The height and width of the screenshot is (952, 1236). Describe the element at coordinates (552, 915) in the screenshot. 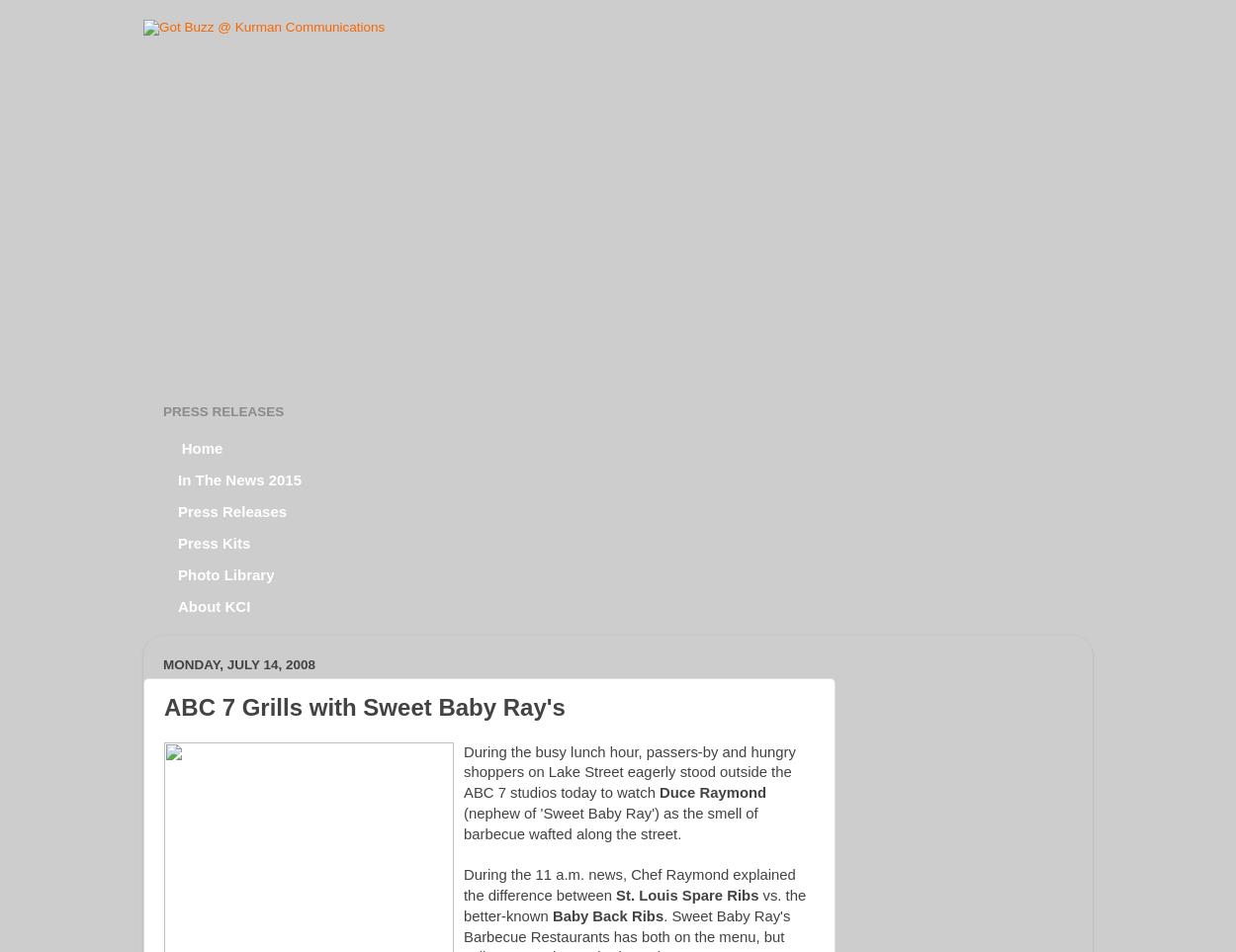

I see `'Baby Back Ribs'` at that location.